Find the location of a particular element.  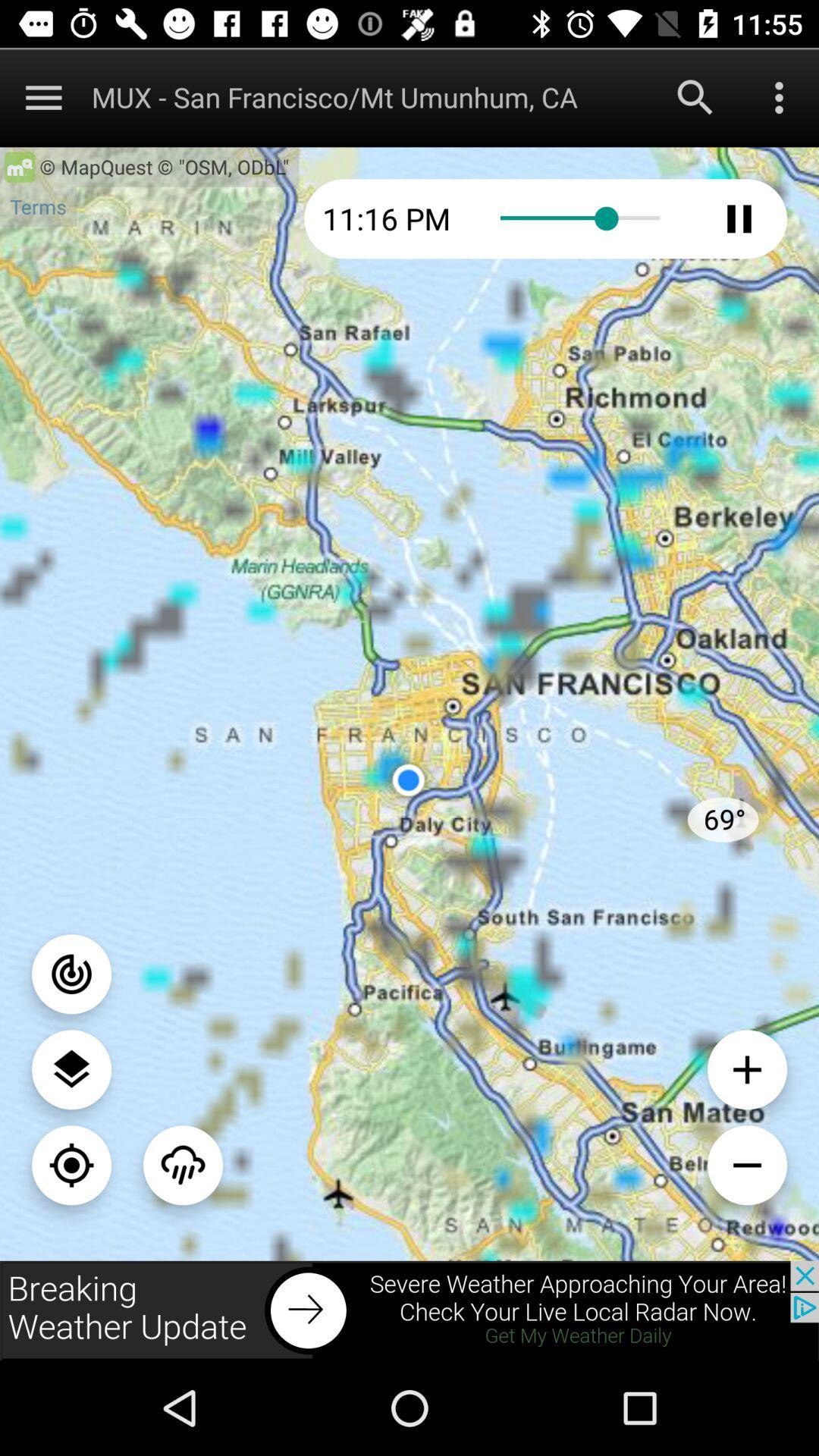

the pause icon is located at coordinates (739, 218).